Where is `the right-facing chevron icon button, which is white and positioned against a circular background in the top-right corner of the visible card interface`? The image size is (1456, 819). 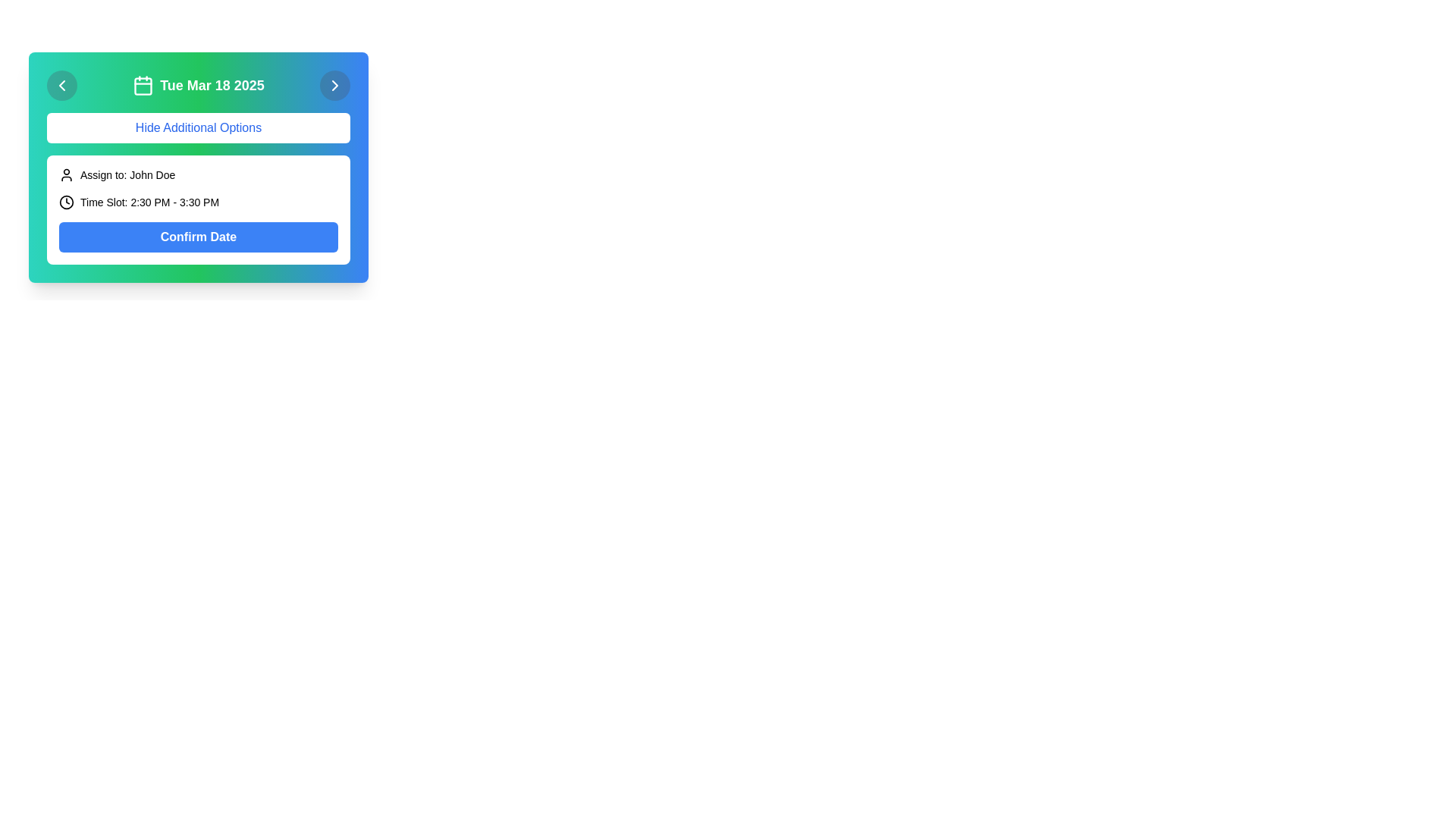 the right-facing chevron icon button, which is white and positioned against a circular background in the top-right corner of the visible card interface is located at coordinates (334, 85).